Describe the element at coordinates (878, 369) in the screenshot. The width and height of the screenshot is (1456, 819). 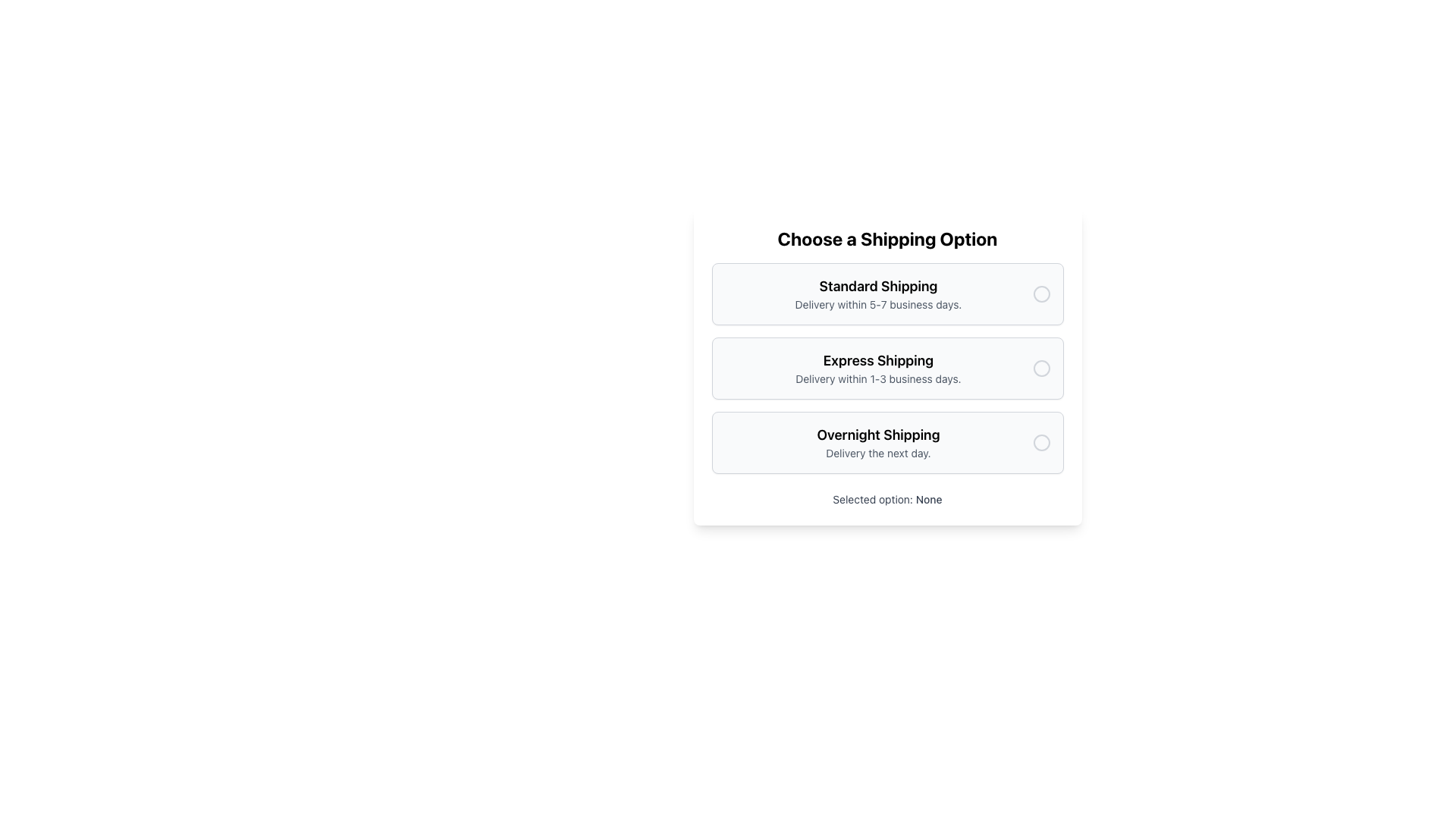
I see `the 'Express Shipping' text label, which features bold text stating 'Express Shipping' and a smaller grayed out line below it that reads 'Delivery within 1-3 business days.' This label is the middle option in a stack of three shipping choices` at that location.